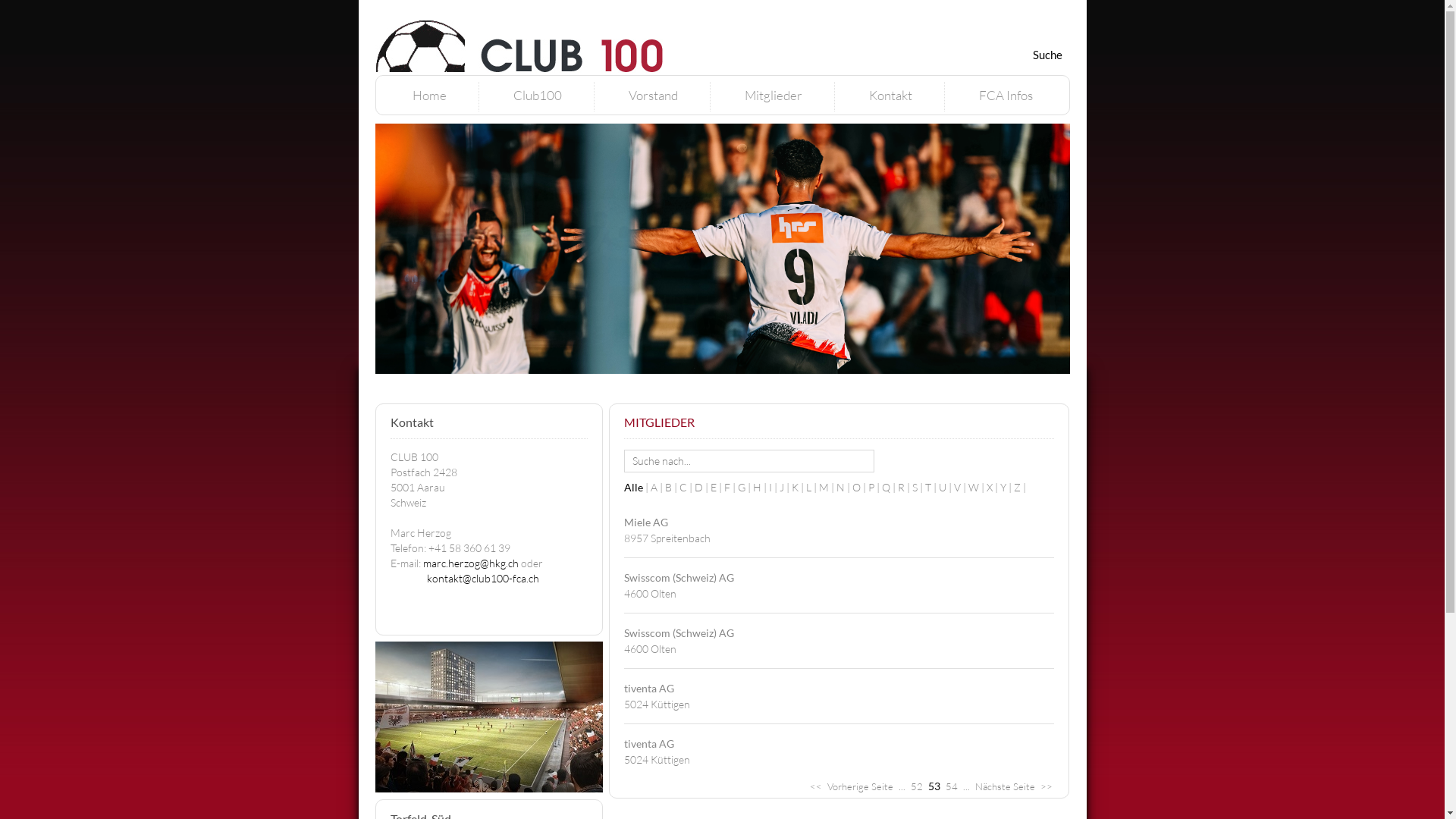  I want to click on 'O', so click(860, 487).